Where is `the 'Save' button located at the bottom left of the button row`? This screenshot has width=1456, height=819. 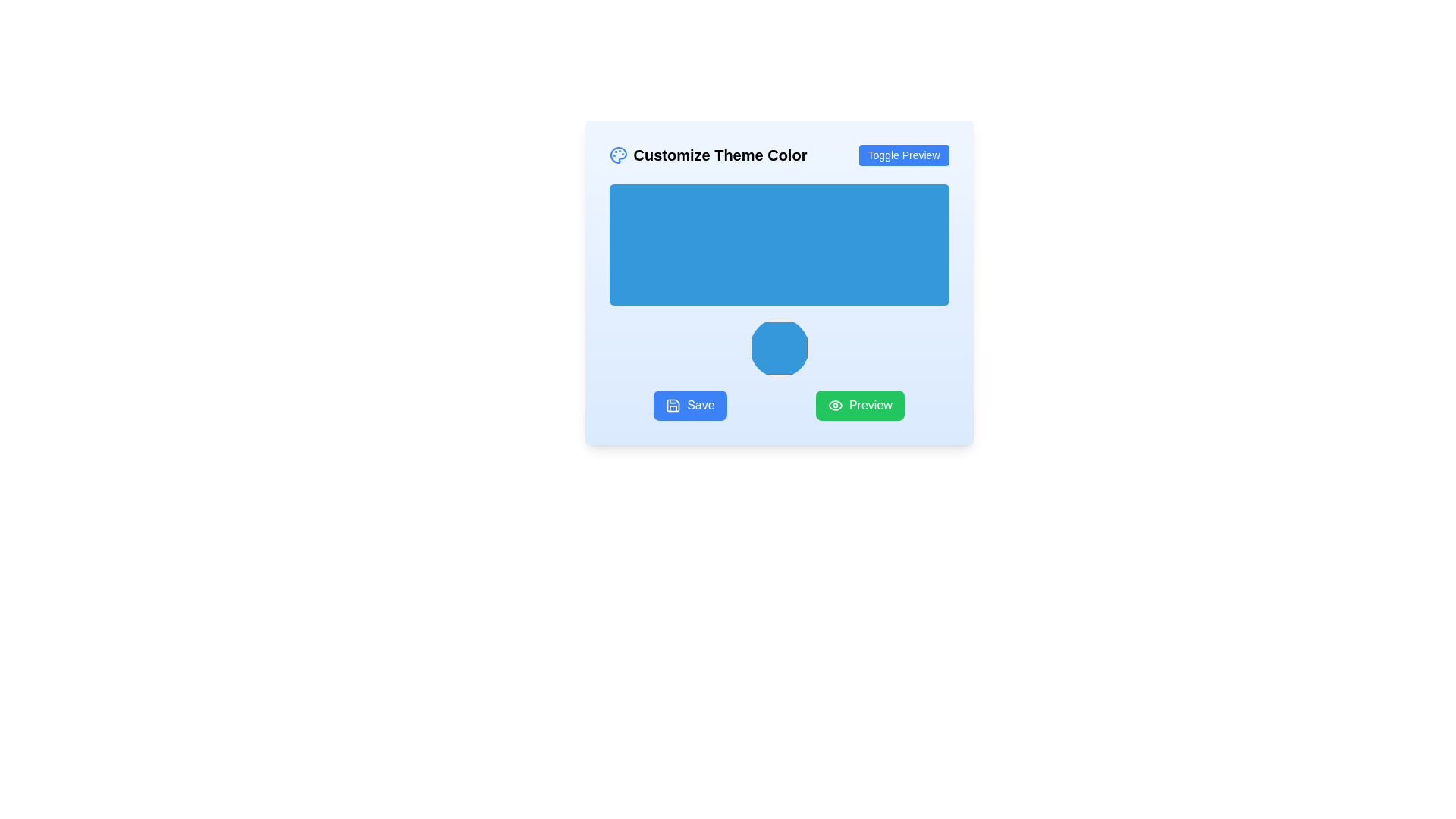
the 'Save' button located at the bottom left of the button row is located at coordinates (689, 405).